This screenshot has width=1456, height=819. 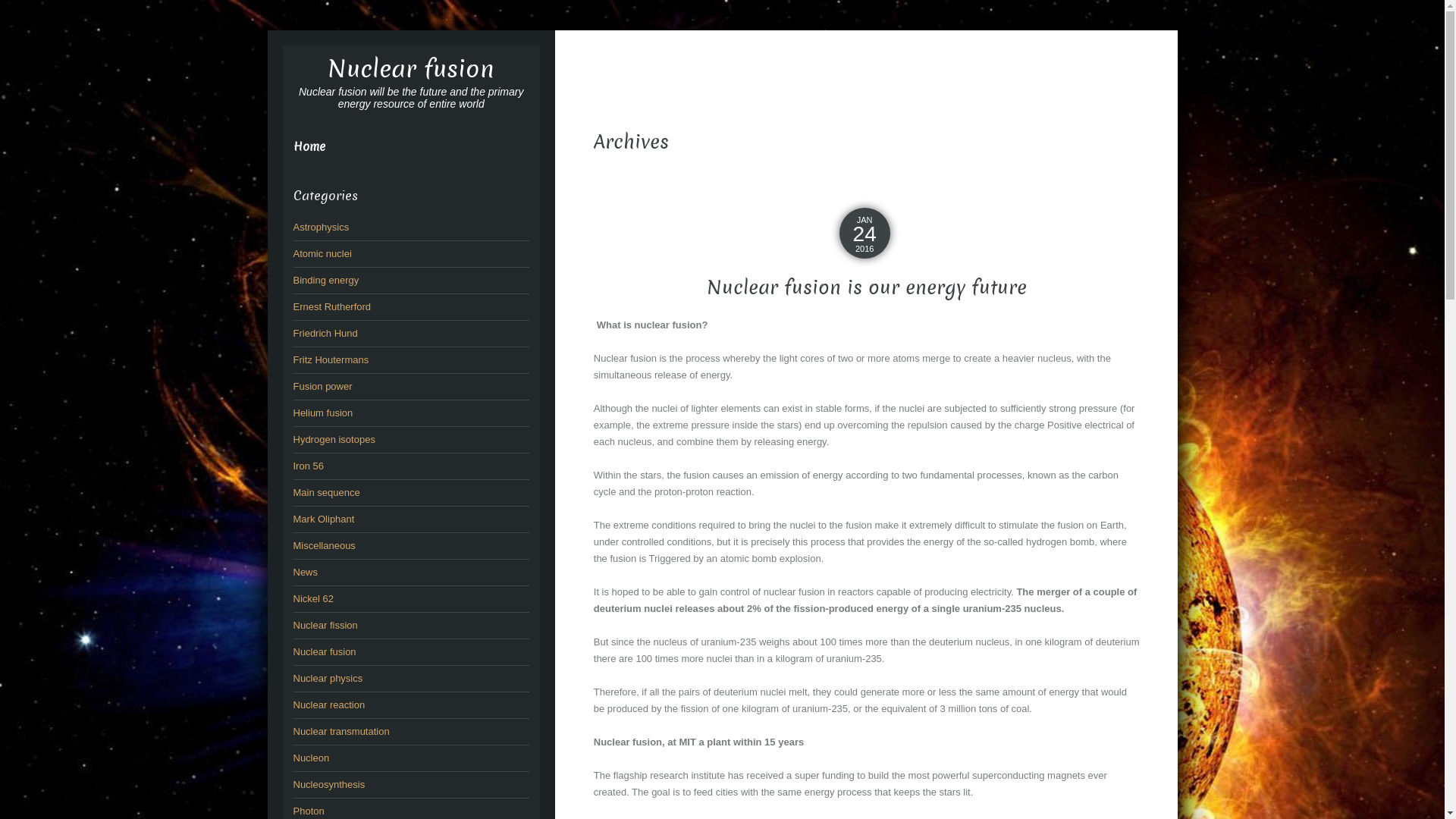 What do you see at coordinates (312, 598) in the screenshot?
I see `'Nickel 62'` at bounding box center [312, 598].